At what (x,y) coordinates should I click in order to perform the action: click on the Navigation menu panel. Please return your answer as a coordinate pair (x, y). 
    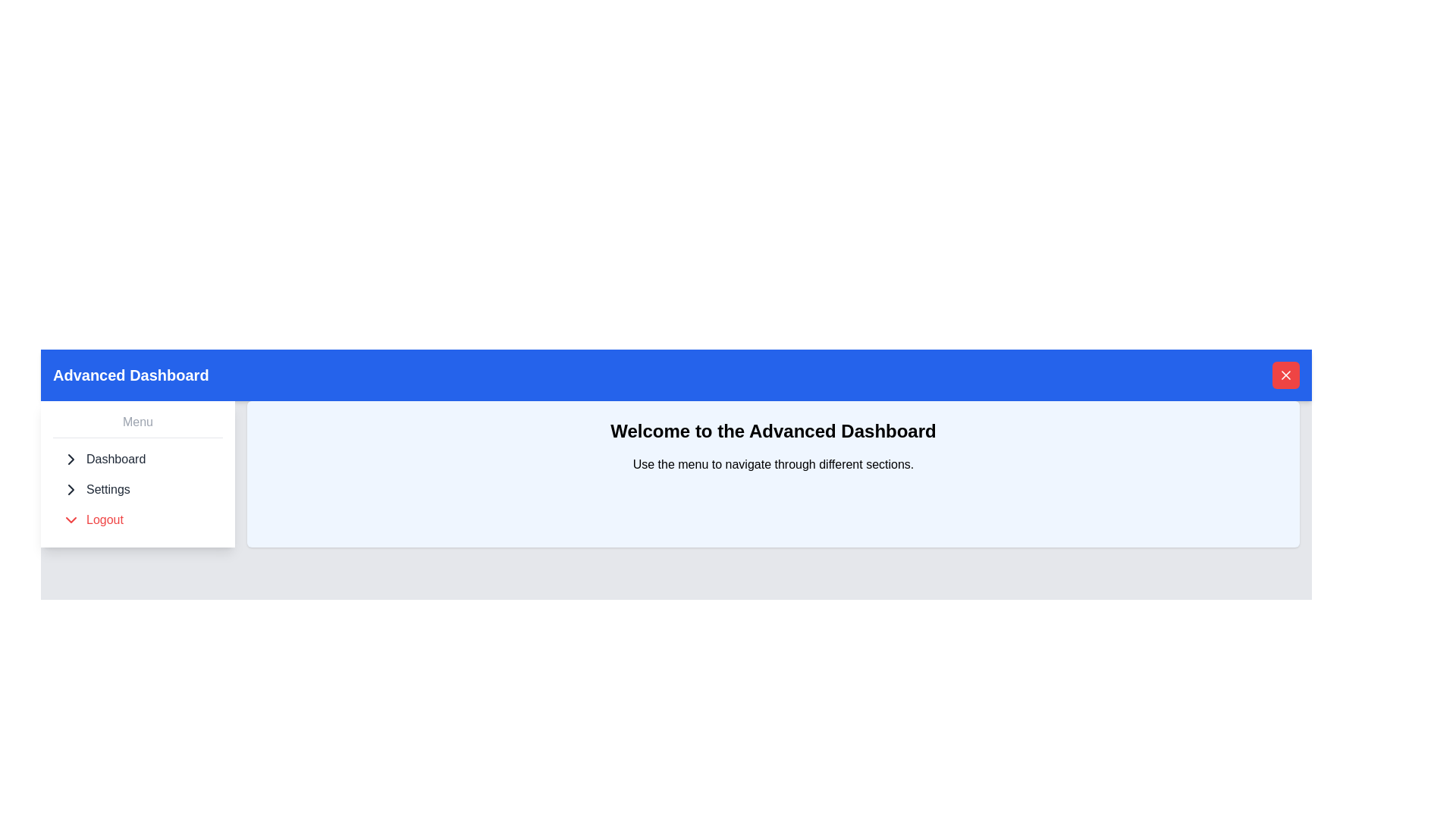
    Looking at the image, I should click on (138, 472).